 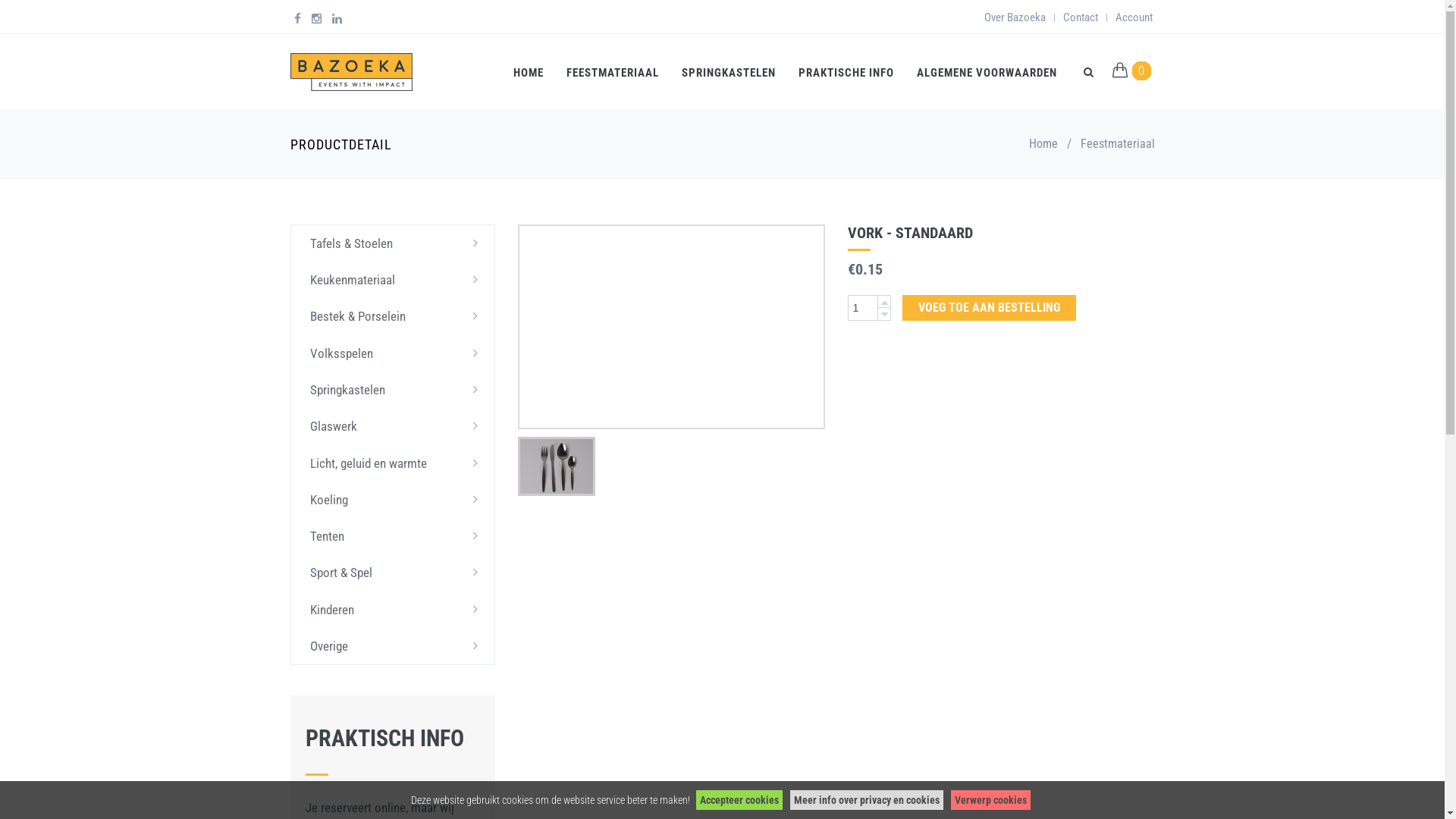 What do you see at coordinates (393, 388) in the screenshot?
I see `'Springkastelen'` at bounding box center [393, 388].